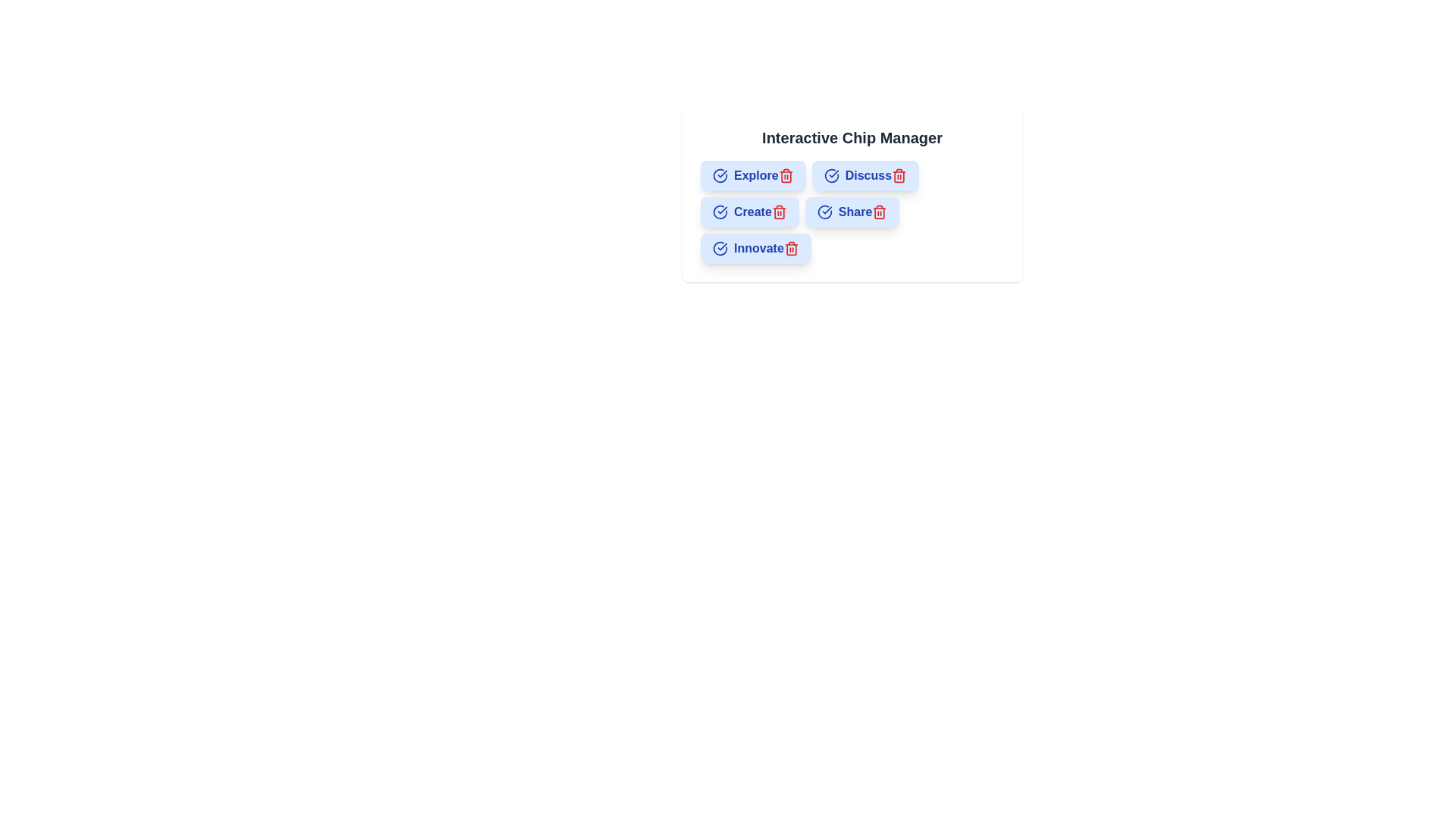 The height and width of the screenshot is (819, 1456). Describe the element at coordinates (790, 247) in the screenshot. I see `the trash icon of the chip labeled Innovate to remove it` at that location.